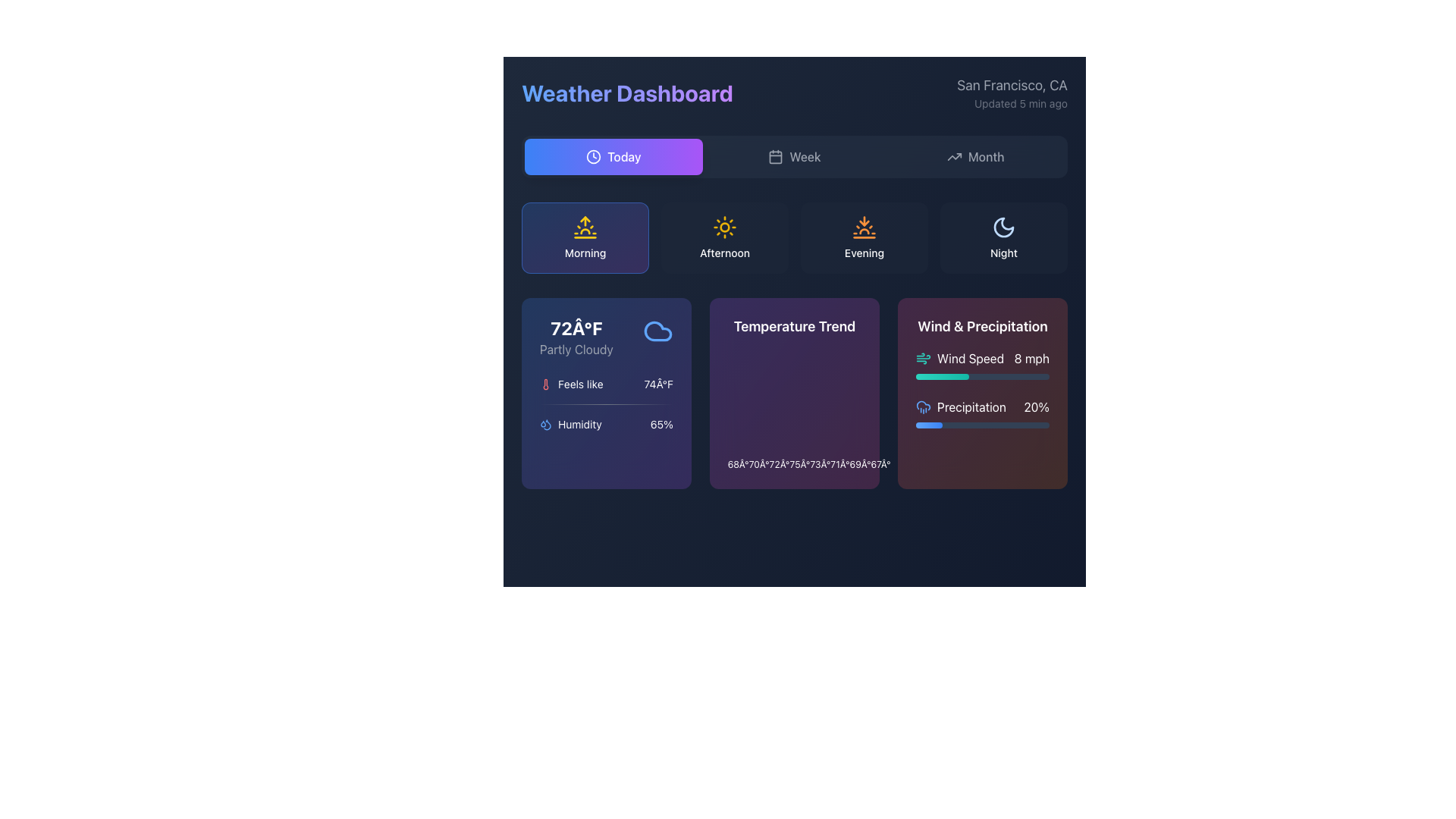 Image resolution: width=1456 pixels, height=819 pixels. Describe the element at coordinates (546, 424) in the screenshot. I see `the decorative humidity icon located to the left of the 'Humidity' text in the weather summary card` at that location.